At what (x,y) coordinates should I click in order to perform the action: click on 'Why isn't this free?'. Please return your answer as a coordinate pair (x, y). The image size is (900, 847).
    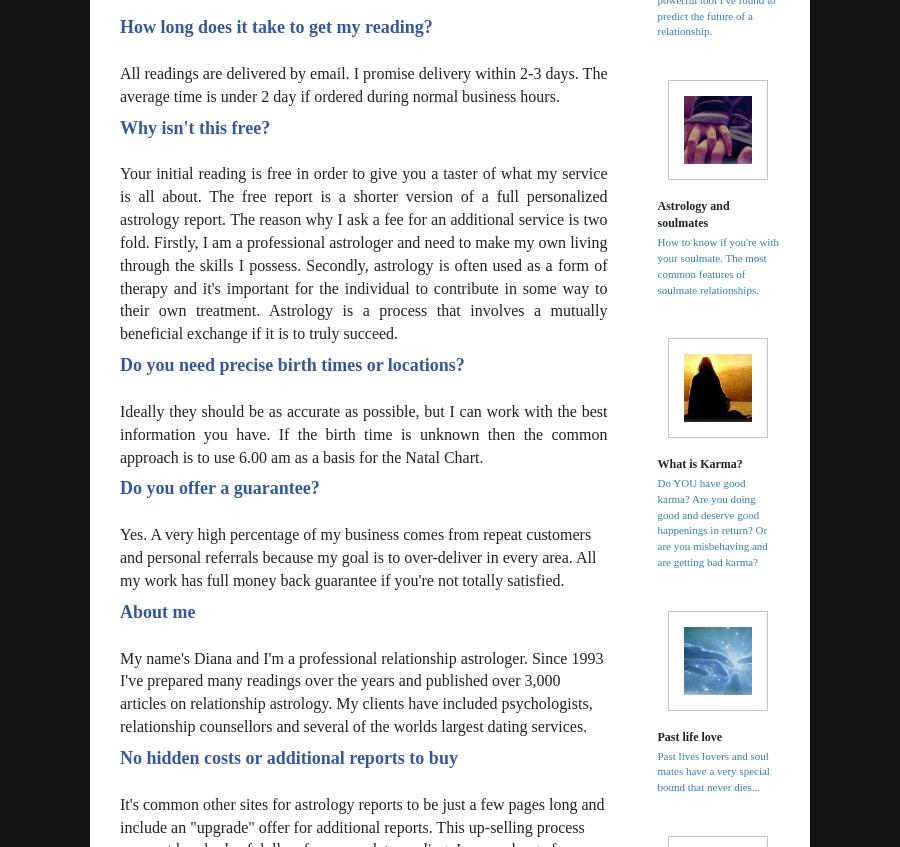
    Looking at the image, I should click on (195, 125).